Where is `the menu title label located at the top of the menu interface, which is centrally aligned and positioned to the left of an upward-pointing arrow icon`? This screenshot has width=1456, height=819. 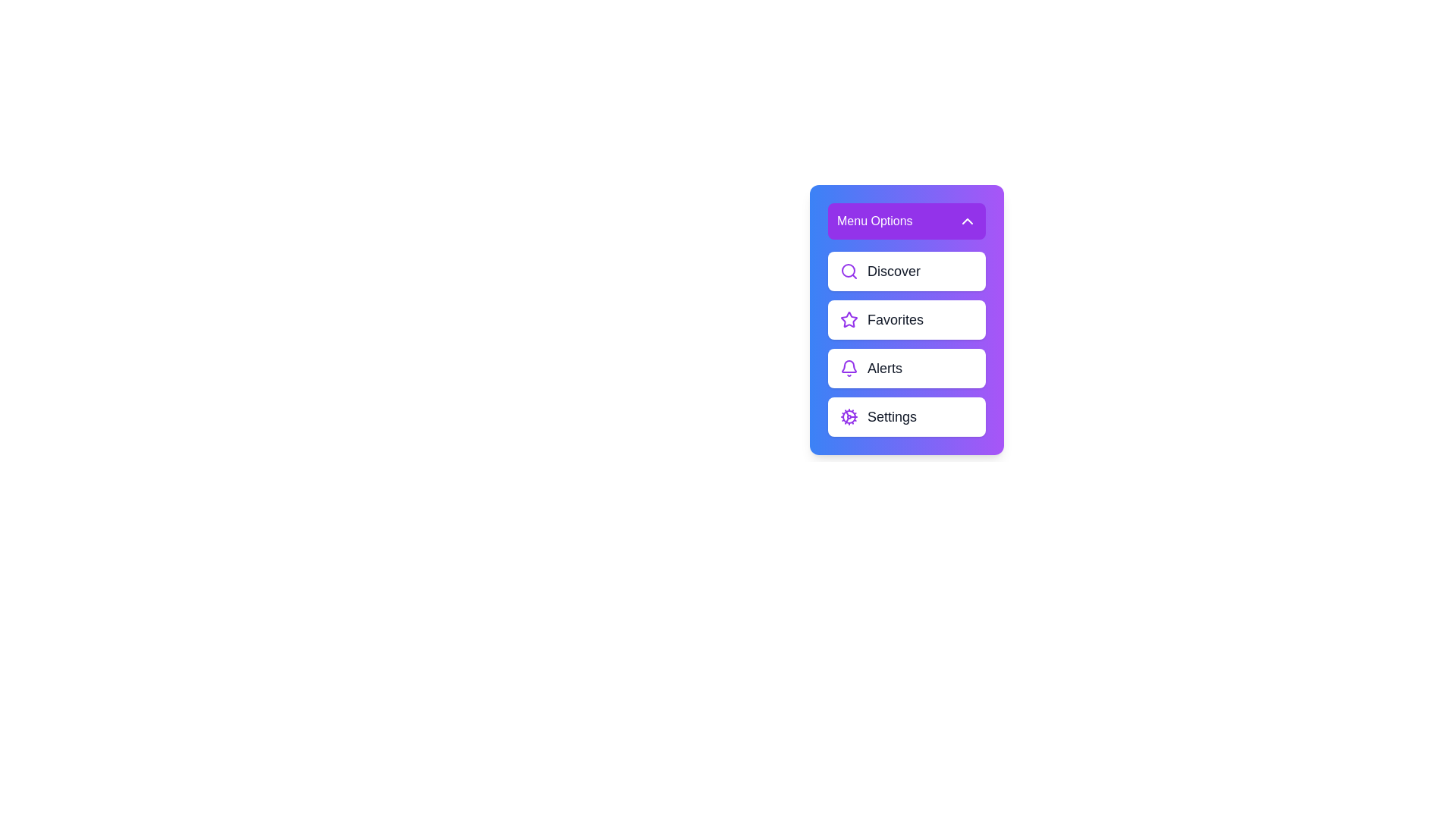 the menu title label located at the top of the menu interface, which is centrally aligned and positioned to the left of an upward-pointing arrow icon is located at coordinates (874, 221).